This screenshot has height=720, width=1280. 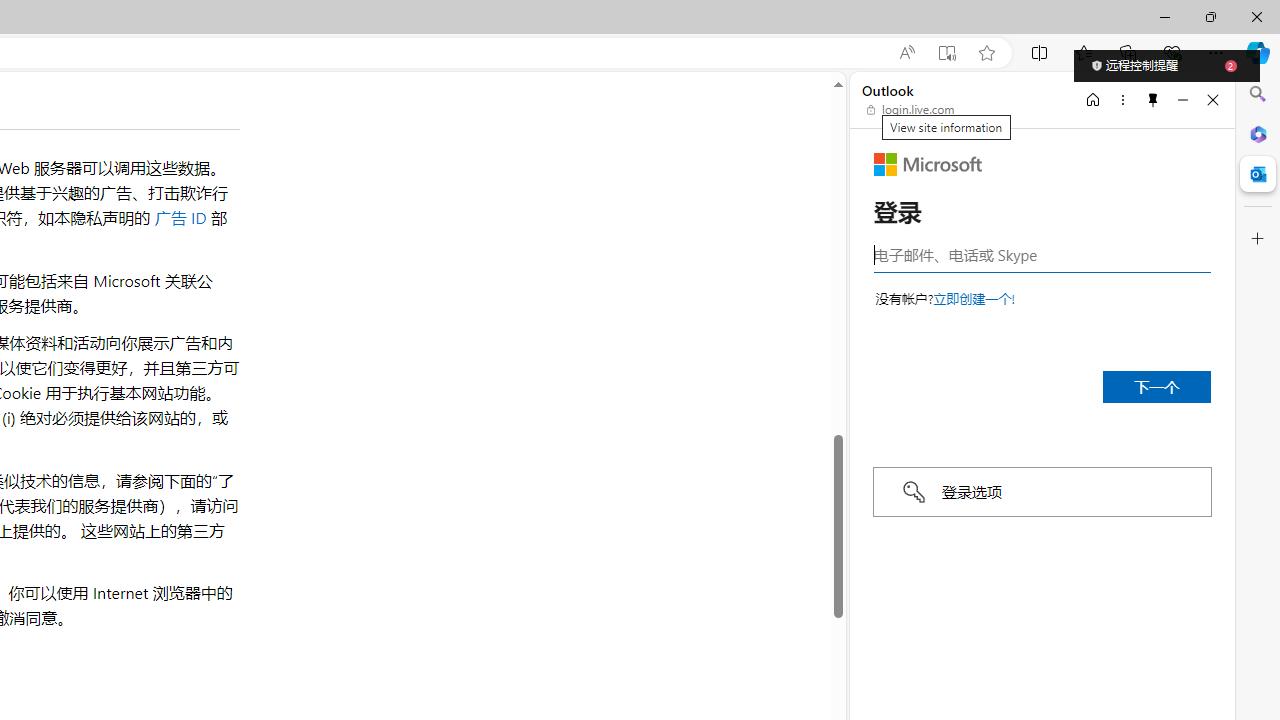 I want to click on 'Unpin side pane', so click(x=1153, y=99).